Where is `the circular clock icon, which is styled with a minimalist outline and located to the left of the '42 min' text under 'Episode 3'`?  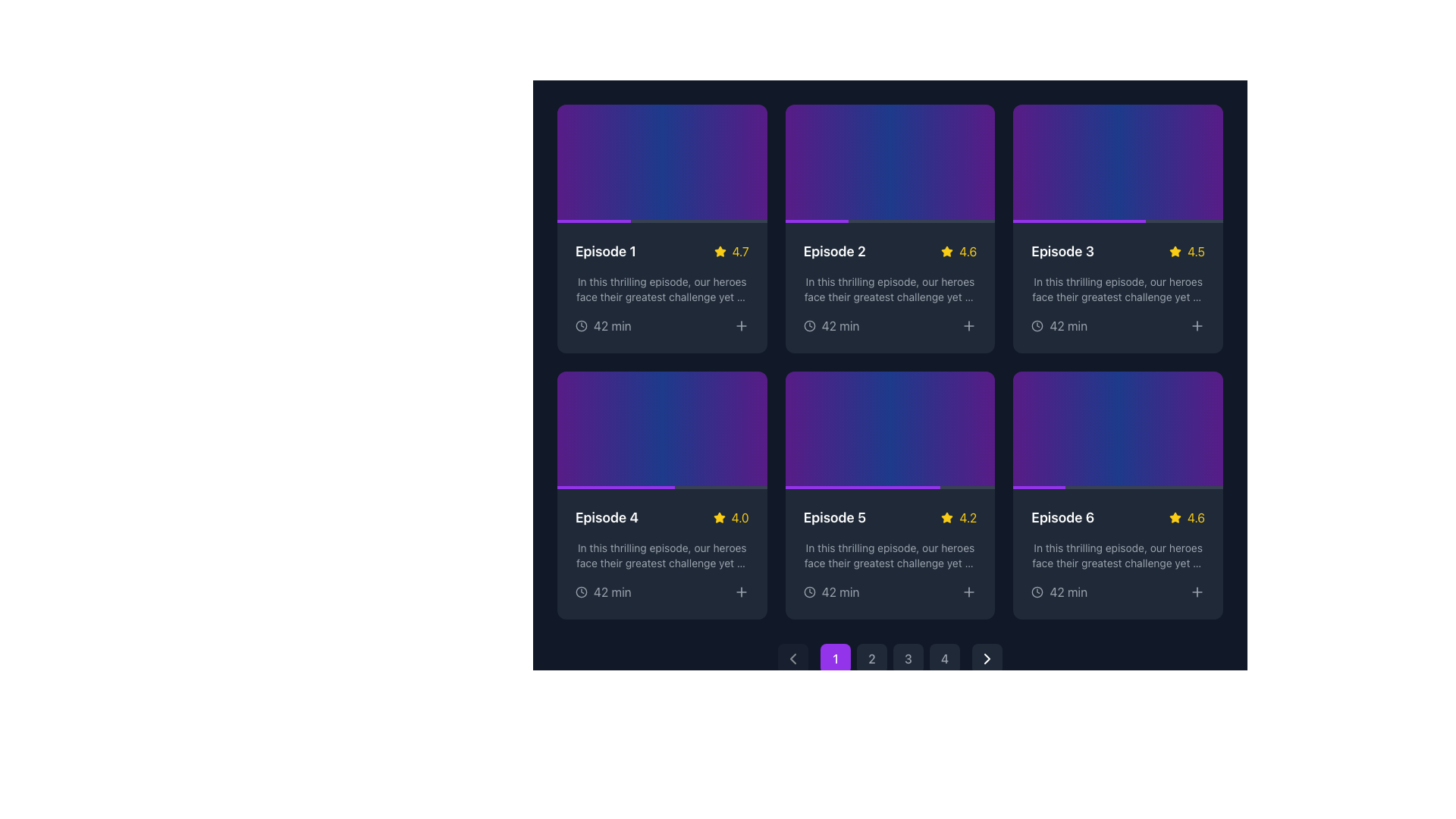
the circular clock icon, which is styled with a minimalist outline and located to the left of the '42 min' text under 'Episode 3' is located at coordinates (1037, 325).